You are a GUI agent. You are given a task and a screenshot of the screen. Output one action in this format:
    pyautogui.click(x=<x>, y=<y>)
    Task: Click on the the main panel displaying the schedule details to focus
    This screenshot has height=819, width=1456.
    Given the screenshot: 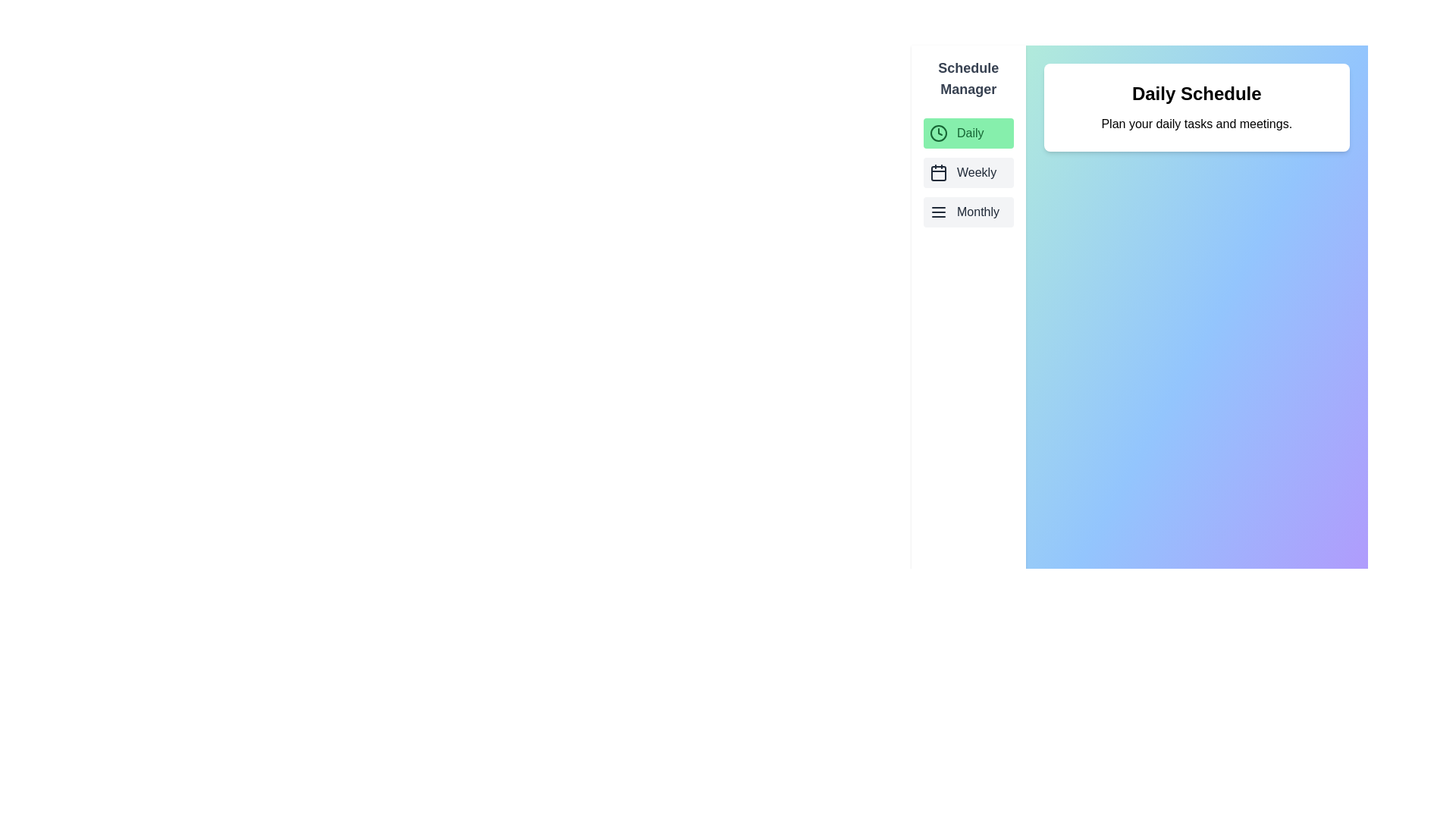 What is the action you would take?
    pyautogui.click(x=1196, y=454)
    